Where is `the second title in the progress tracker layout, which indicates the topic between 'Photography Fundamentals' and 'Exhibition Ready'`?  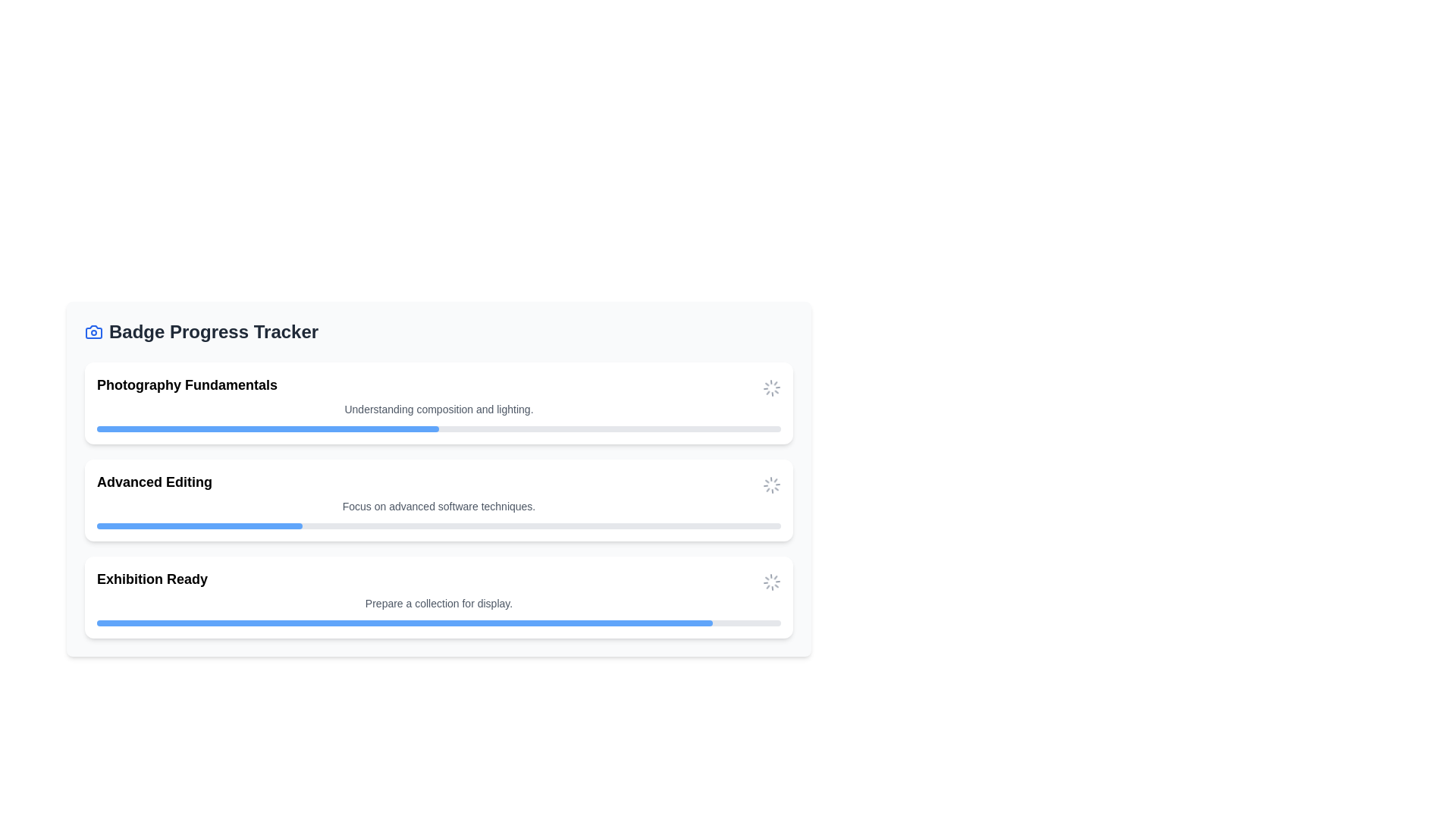
the second title in the progress tracker layout, which indicates the topic between 'Photography Fundamentals' and 'Exhibition Ready' is located at coordinates (155, 482).